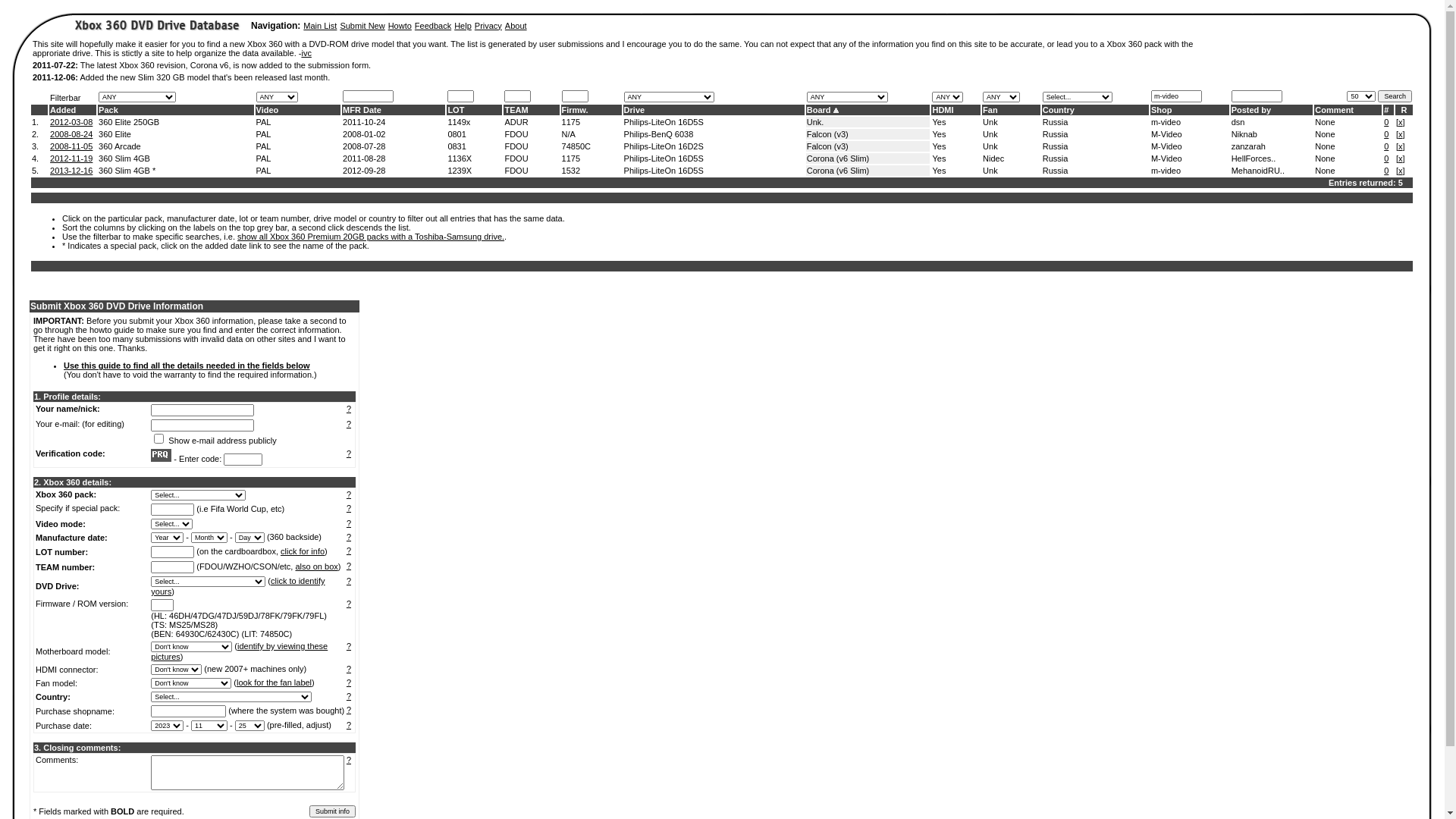  Describe the element at coordinates (505, 26) in the screenshot. I see `'About'` at that location.